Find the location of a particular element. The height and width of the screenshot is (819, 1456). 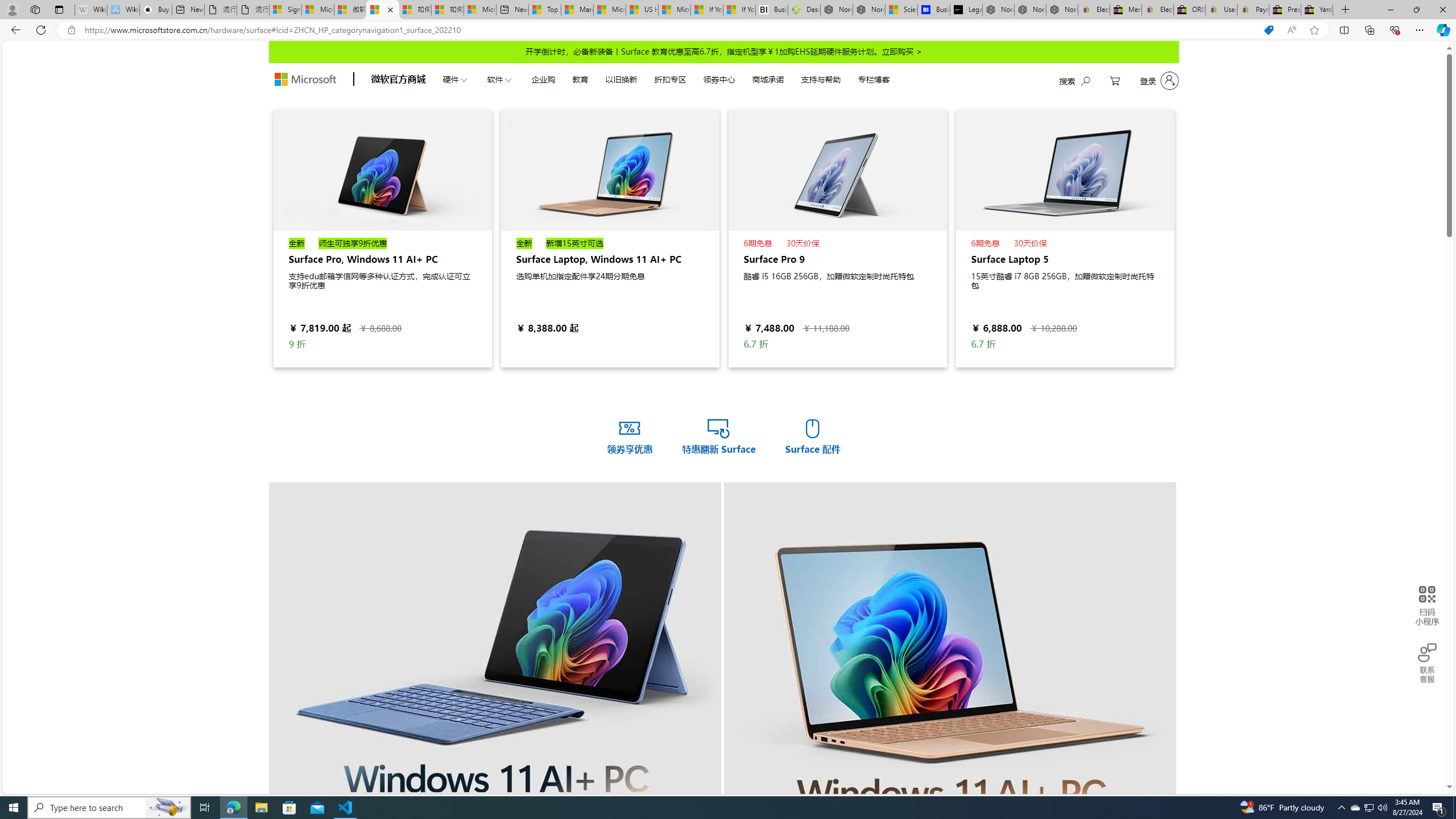

'Surface Pro 9' is located at coordinates (837, 169).